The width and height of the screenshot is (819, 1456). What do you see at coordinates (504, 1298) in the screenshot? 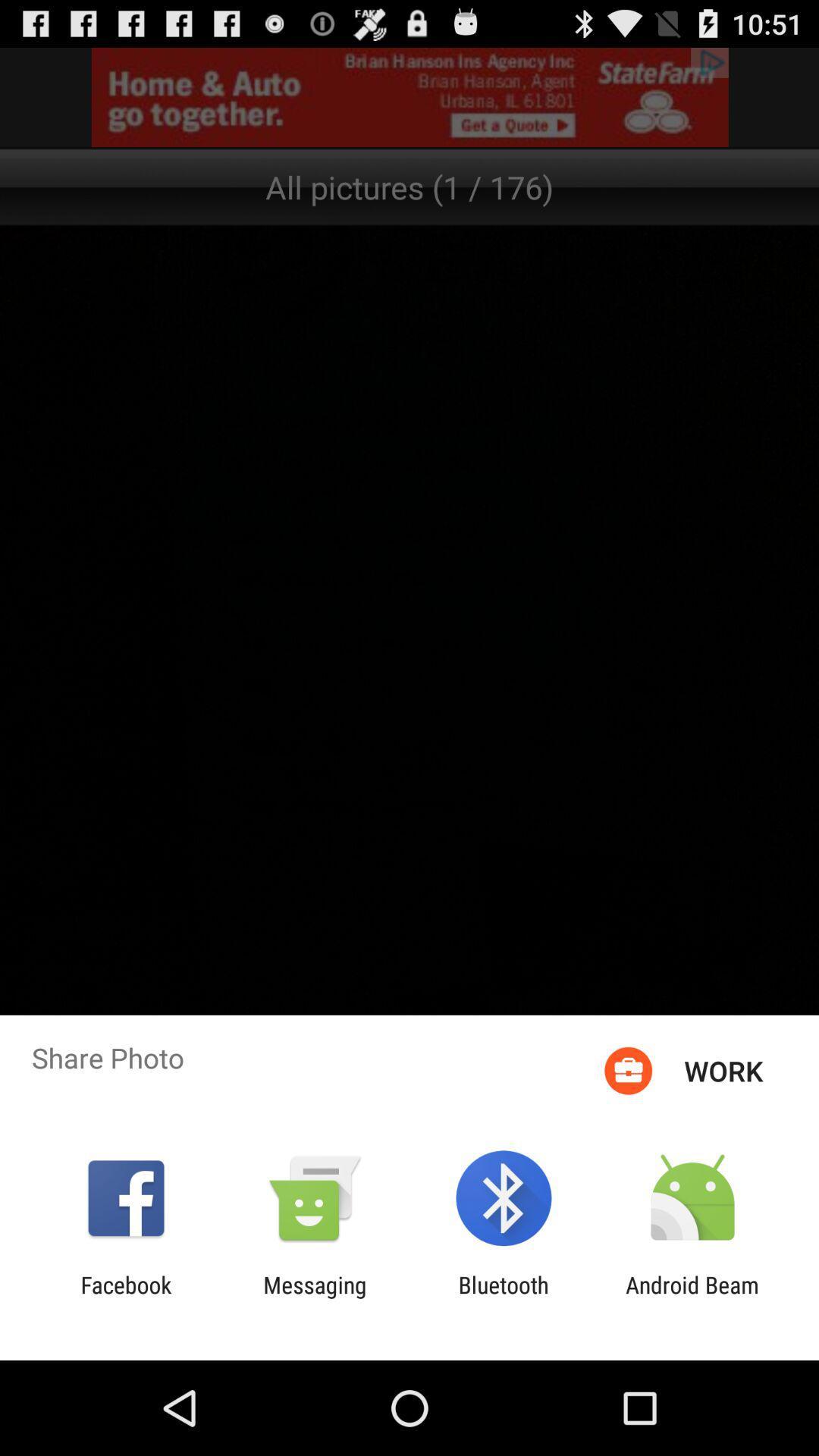
I see `bluetooth app` at bounding box center [504, 1298].